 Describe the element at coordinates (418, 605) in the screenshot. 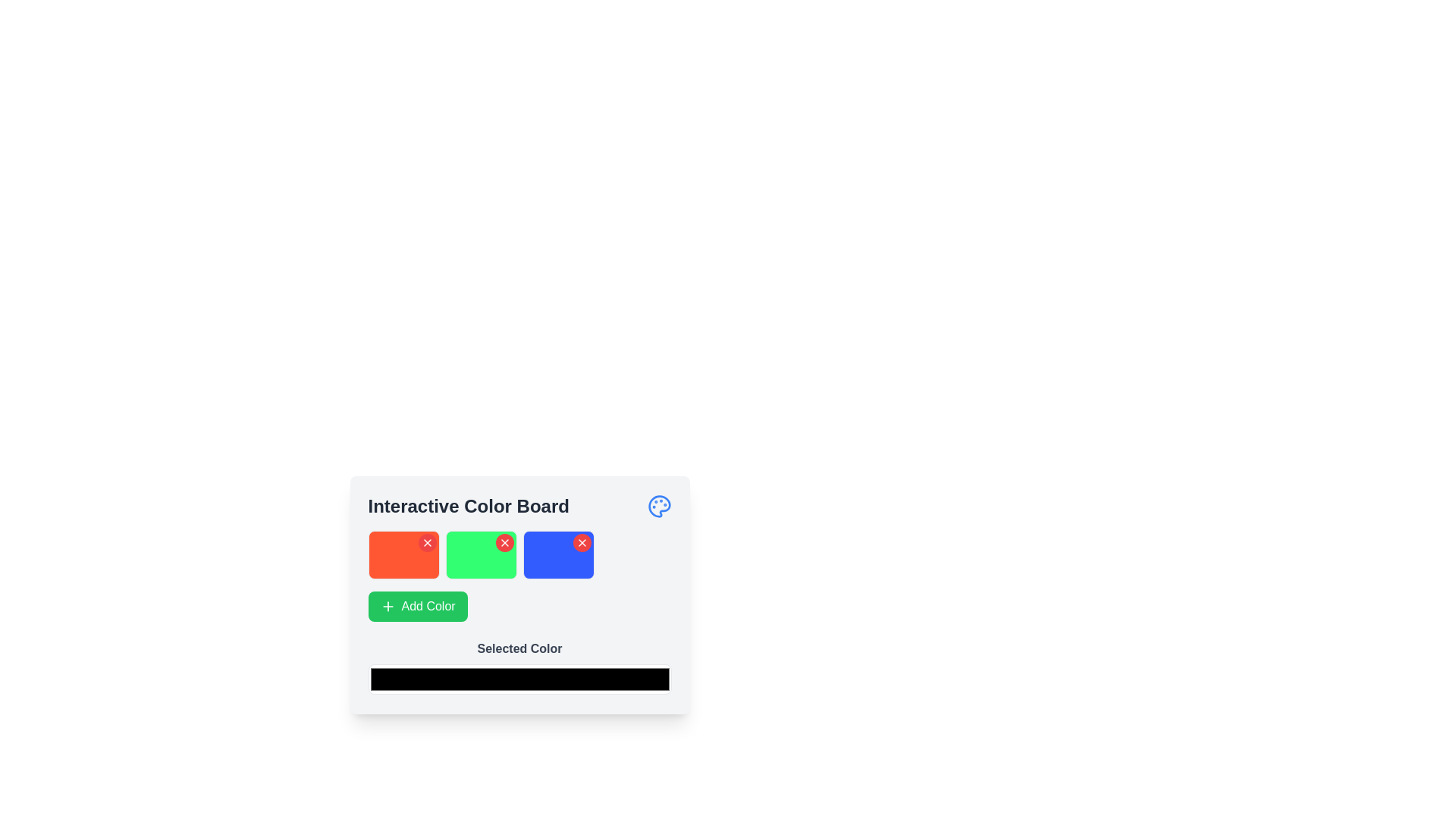

I see `the button that adds a new color to the interface, located below the three colored boxes (red, green, and blue), which spans horizontally across the lower section of its group` at that location.